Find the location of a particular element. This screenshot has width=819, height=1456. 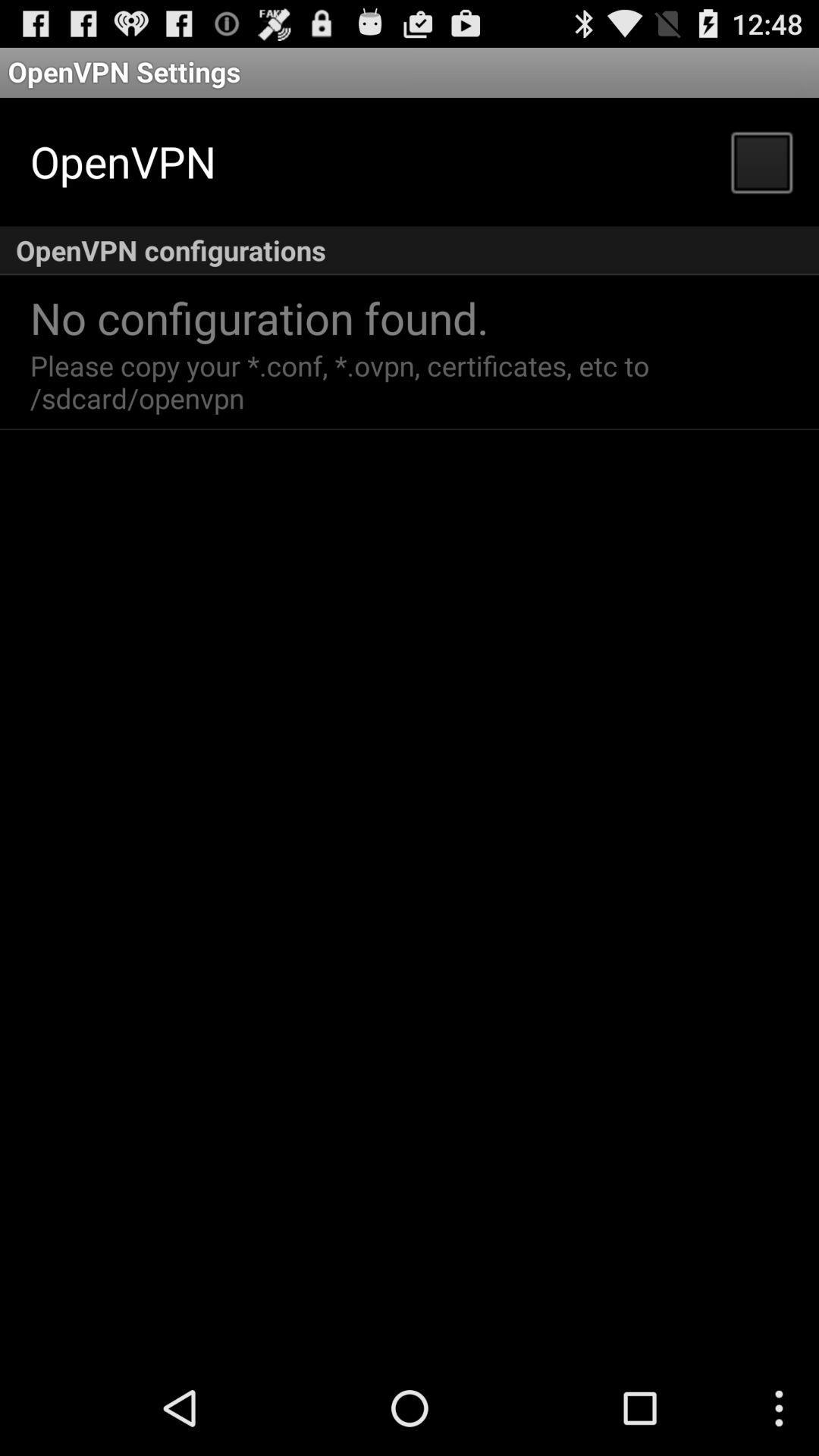

app to the right of the openvpn is located at coordinates (761, 161).